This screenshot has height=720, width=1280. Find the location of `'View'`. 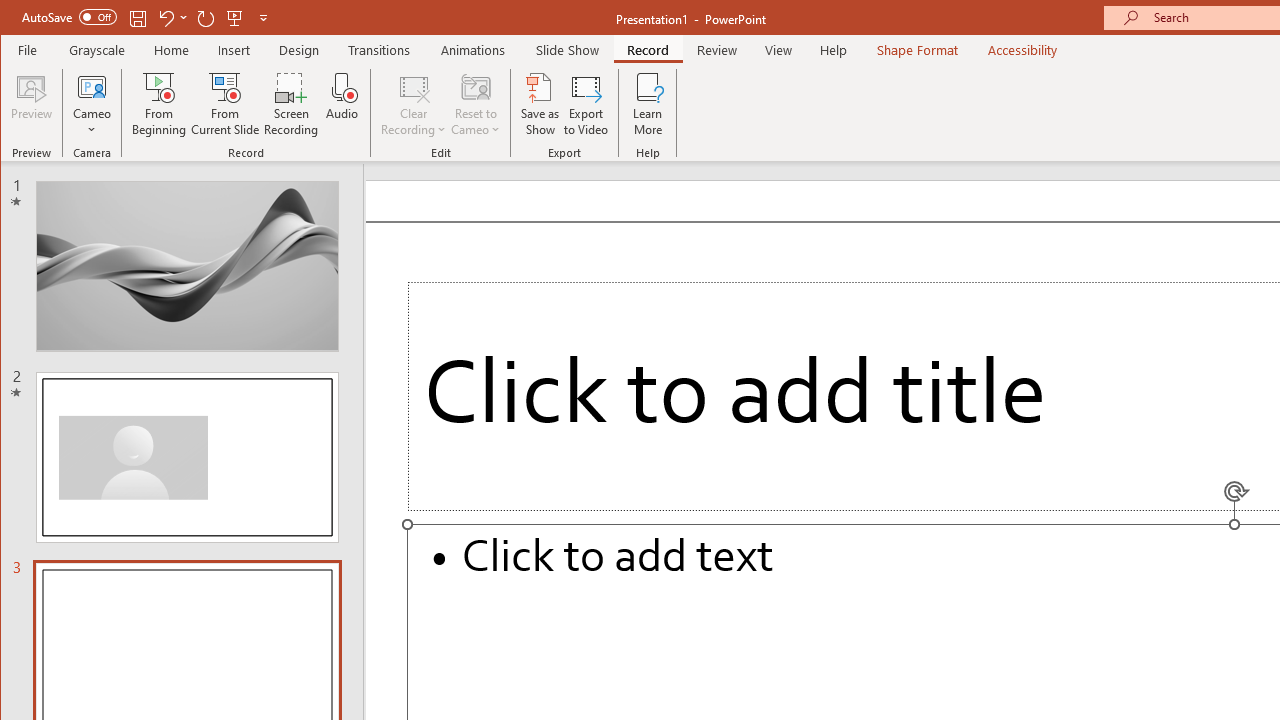

'View' is located at coordinates (778, 49).